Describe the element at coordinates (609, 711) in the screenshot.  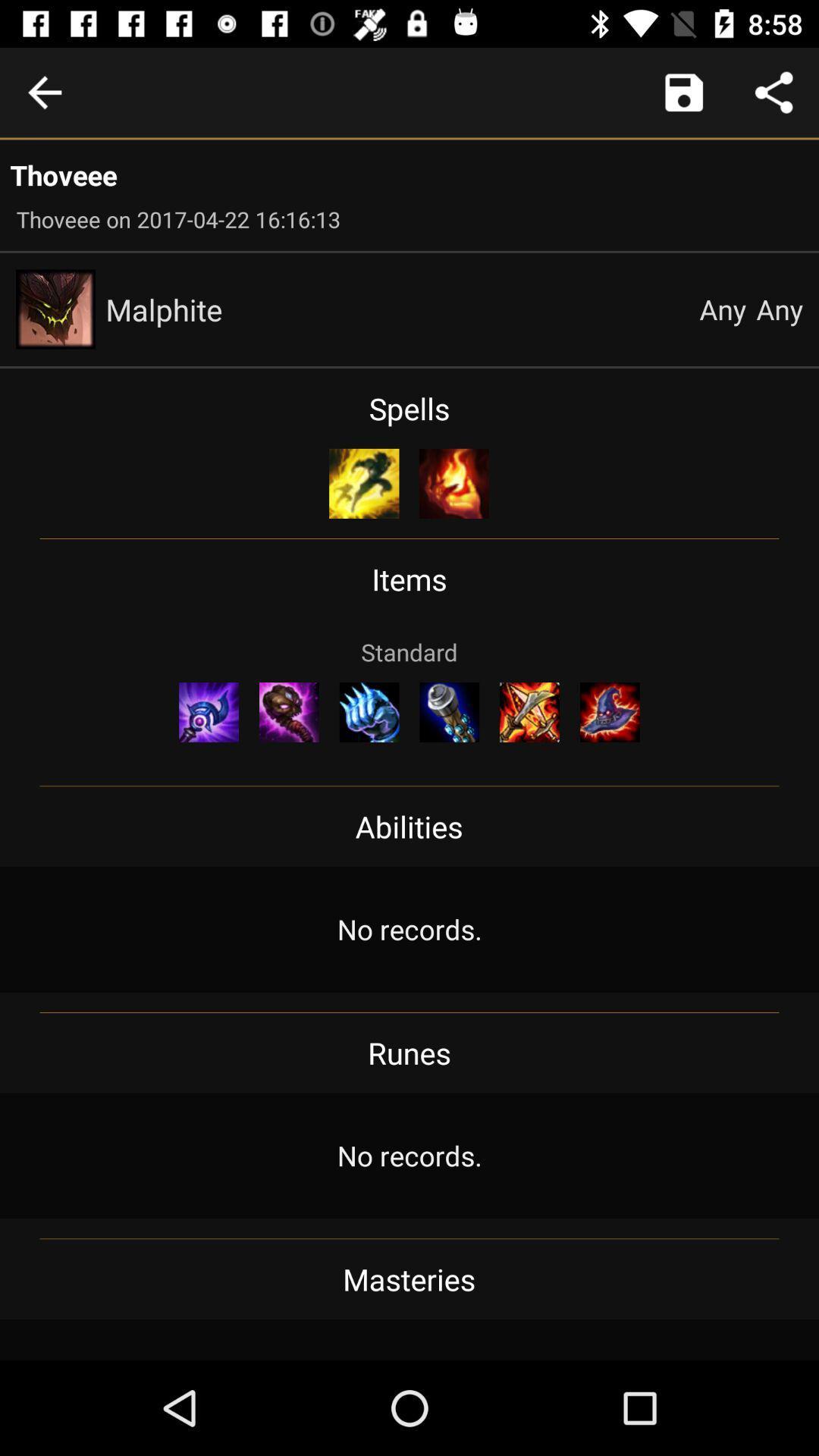
I see `icon on the right` at that location.